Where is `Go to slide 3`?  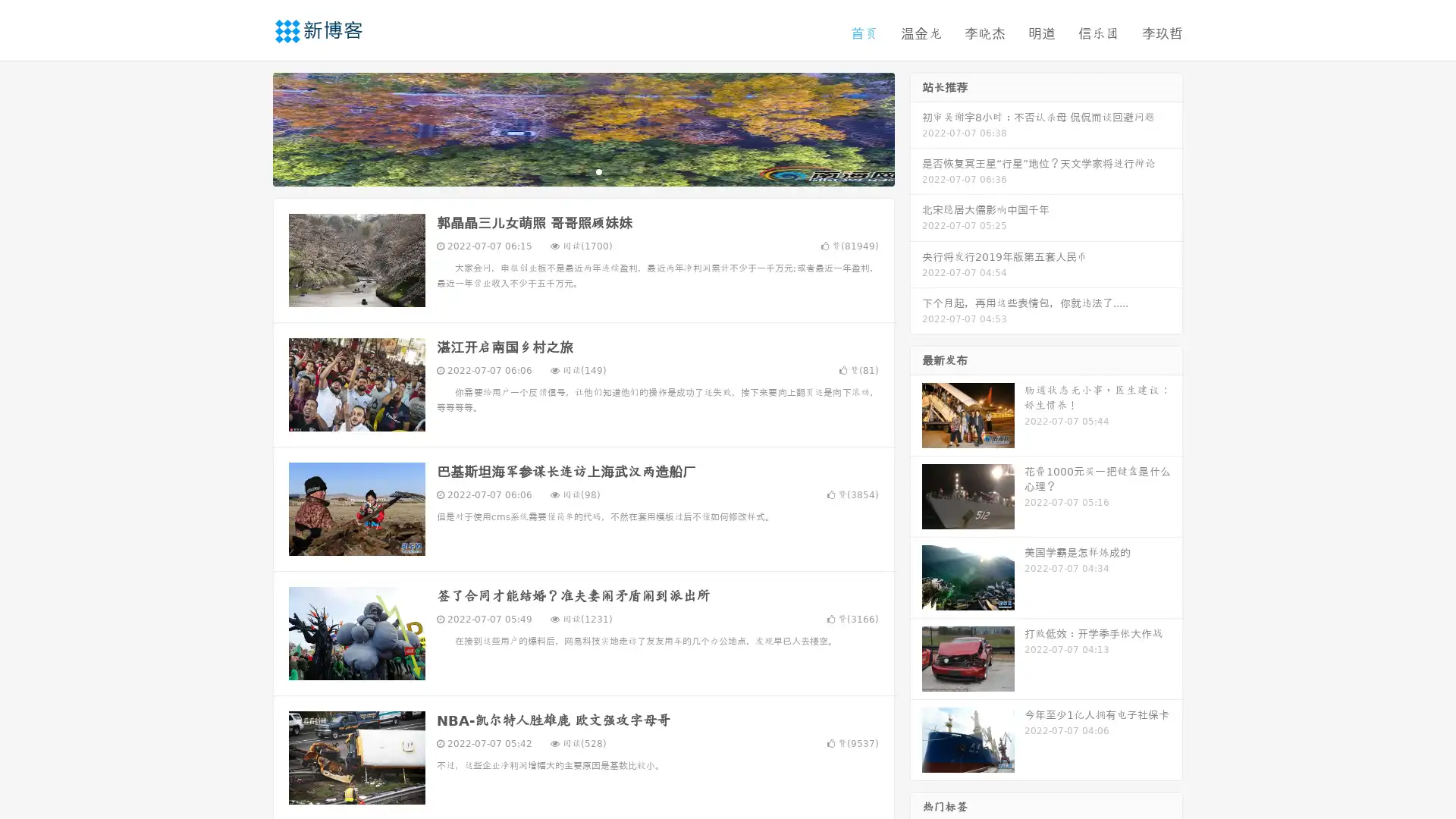 Go to slide 3 is located at coordinates (598, 171).